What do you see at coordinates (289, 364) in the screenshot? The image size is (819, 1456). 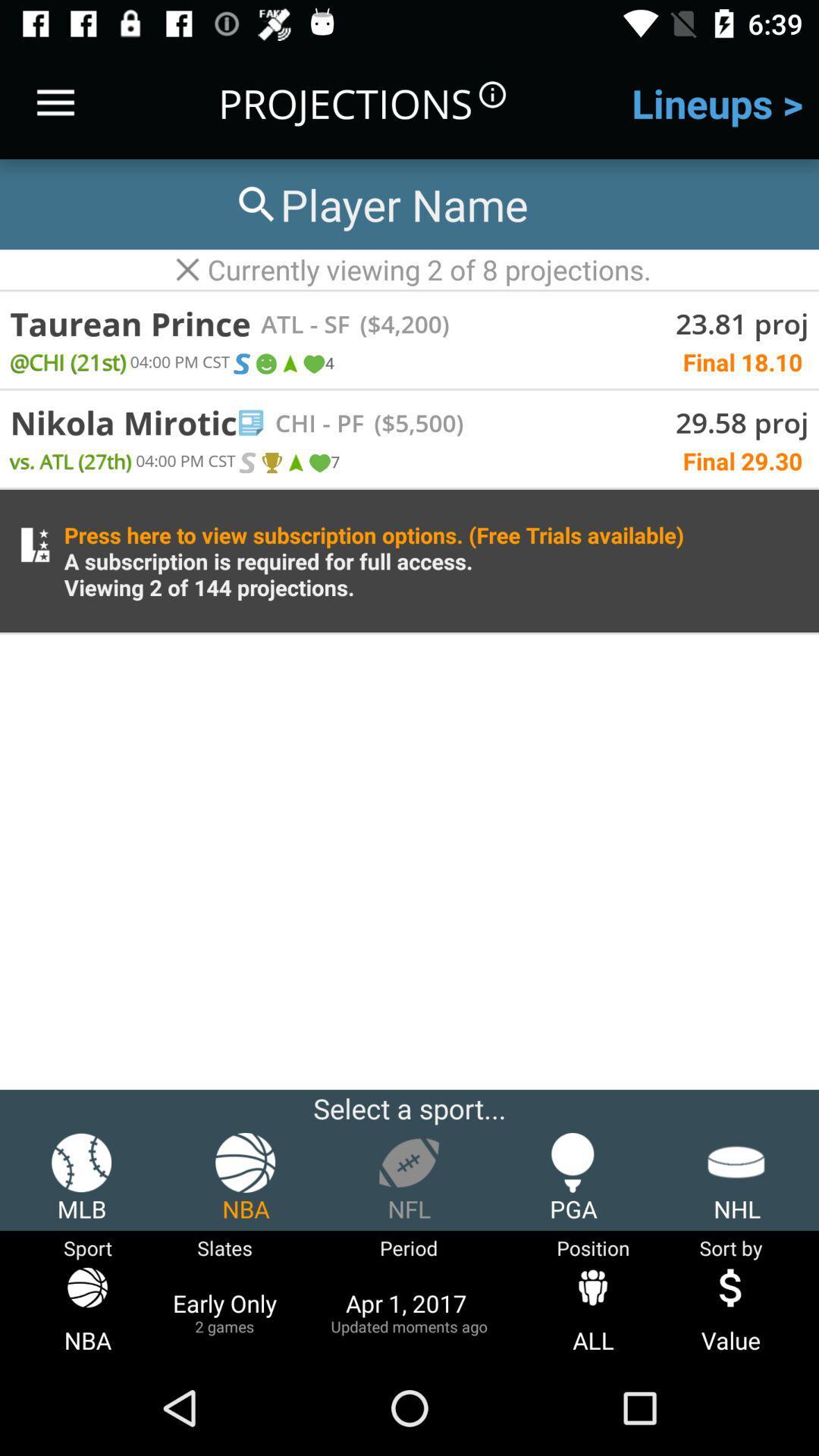 I see `icon below atl` at bounding box center [289, 364].